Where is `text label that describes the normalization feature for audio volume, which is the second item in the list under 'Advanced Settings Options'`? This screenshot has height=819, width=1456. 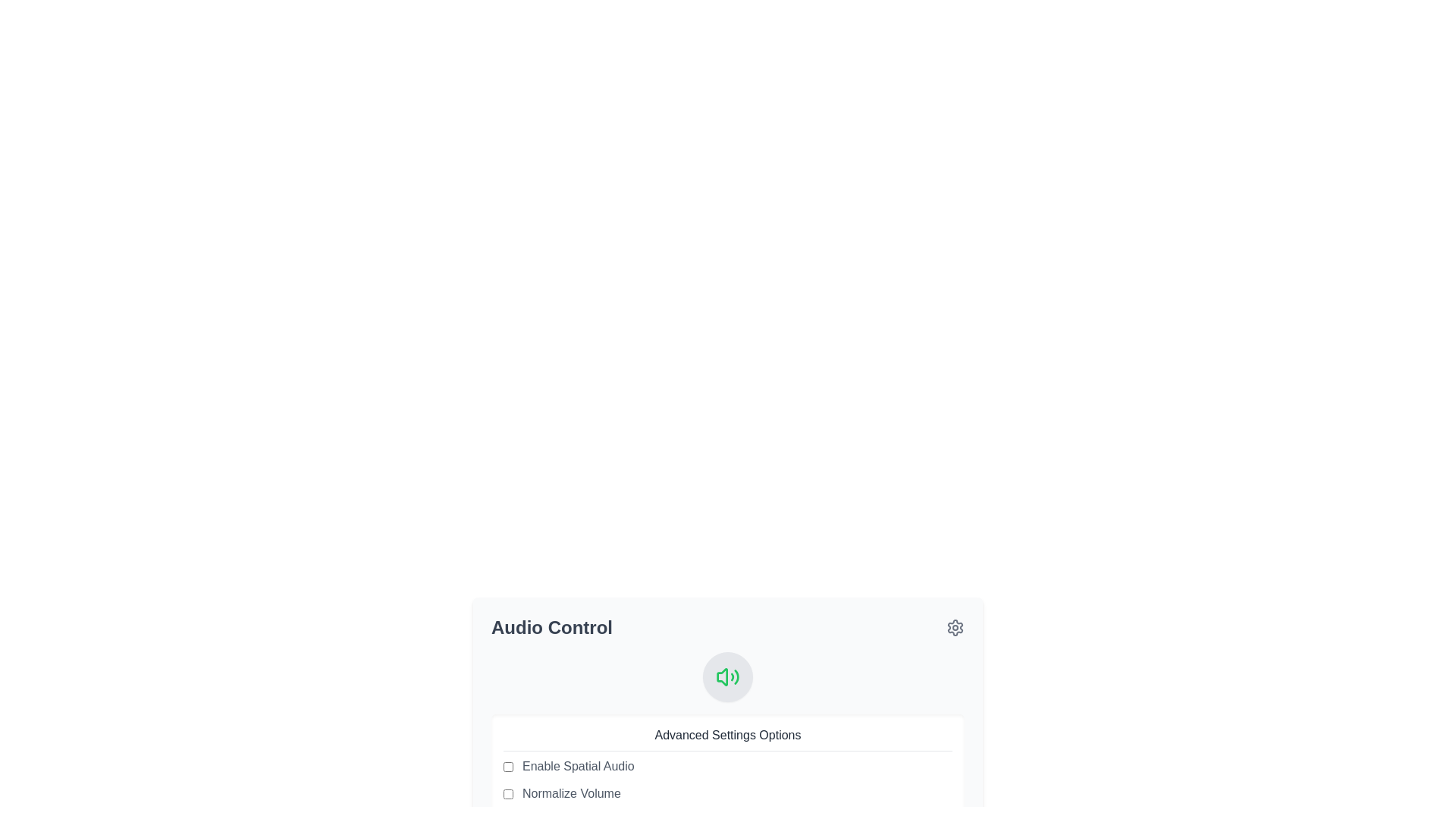 text label that describes the normalization feature for audio volume, which is the second item in the list under 'Advanced Settings Options' is located at coordinates (570, 792).